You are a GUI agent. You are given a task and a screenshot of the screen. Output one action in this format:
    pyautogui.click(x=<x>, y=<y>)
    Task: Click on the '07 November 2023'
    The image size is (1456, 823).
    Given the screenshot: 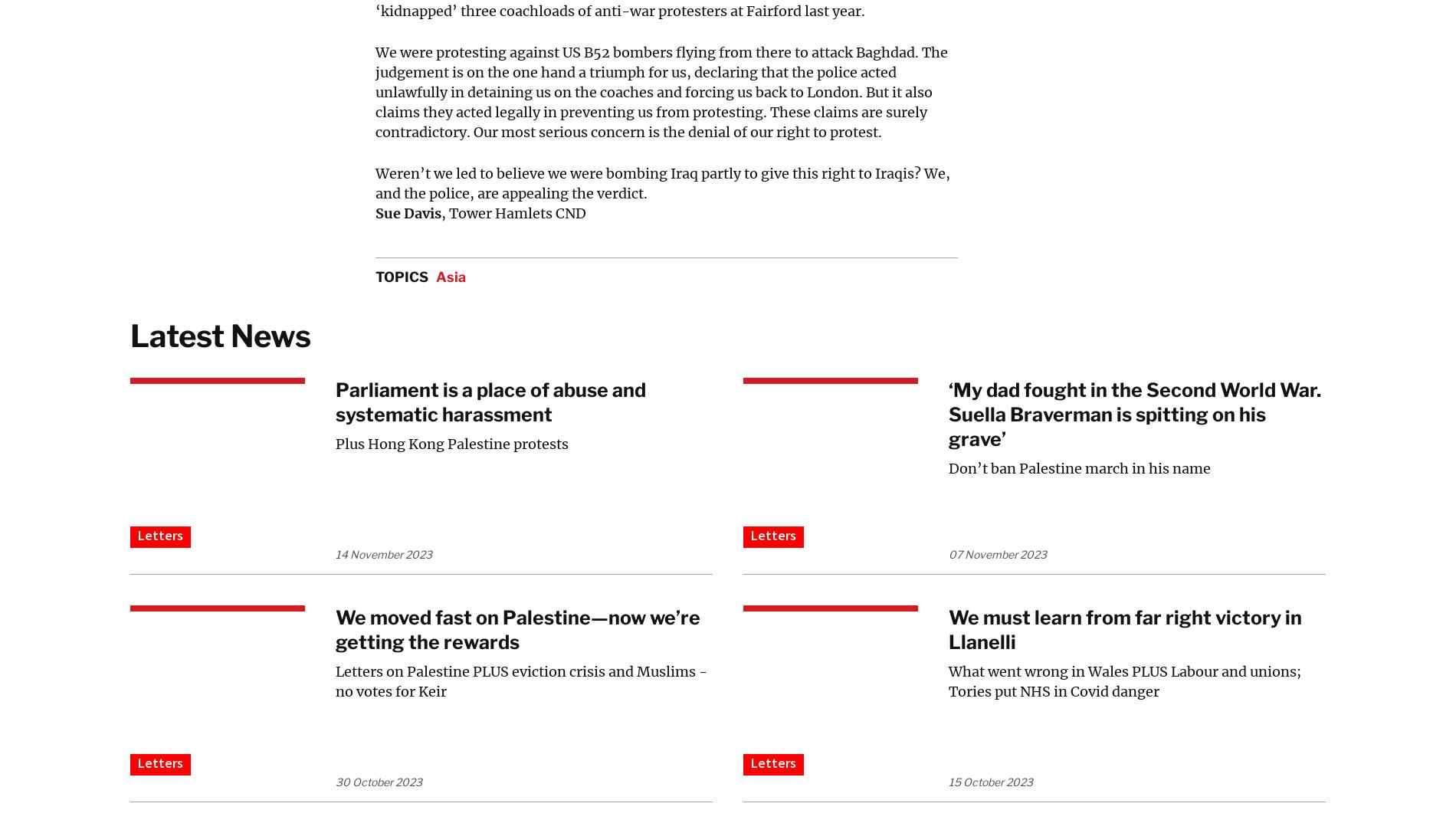 What is the action you would take?
    pyautogui.click(x=997, y=554)
    